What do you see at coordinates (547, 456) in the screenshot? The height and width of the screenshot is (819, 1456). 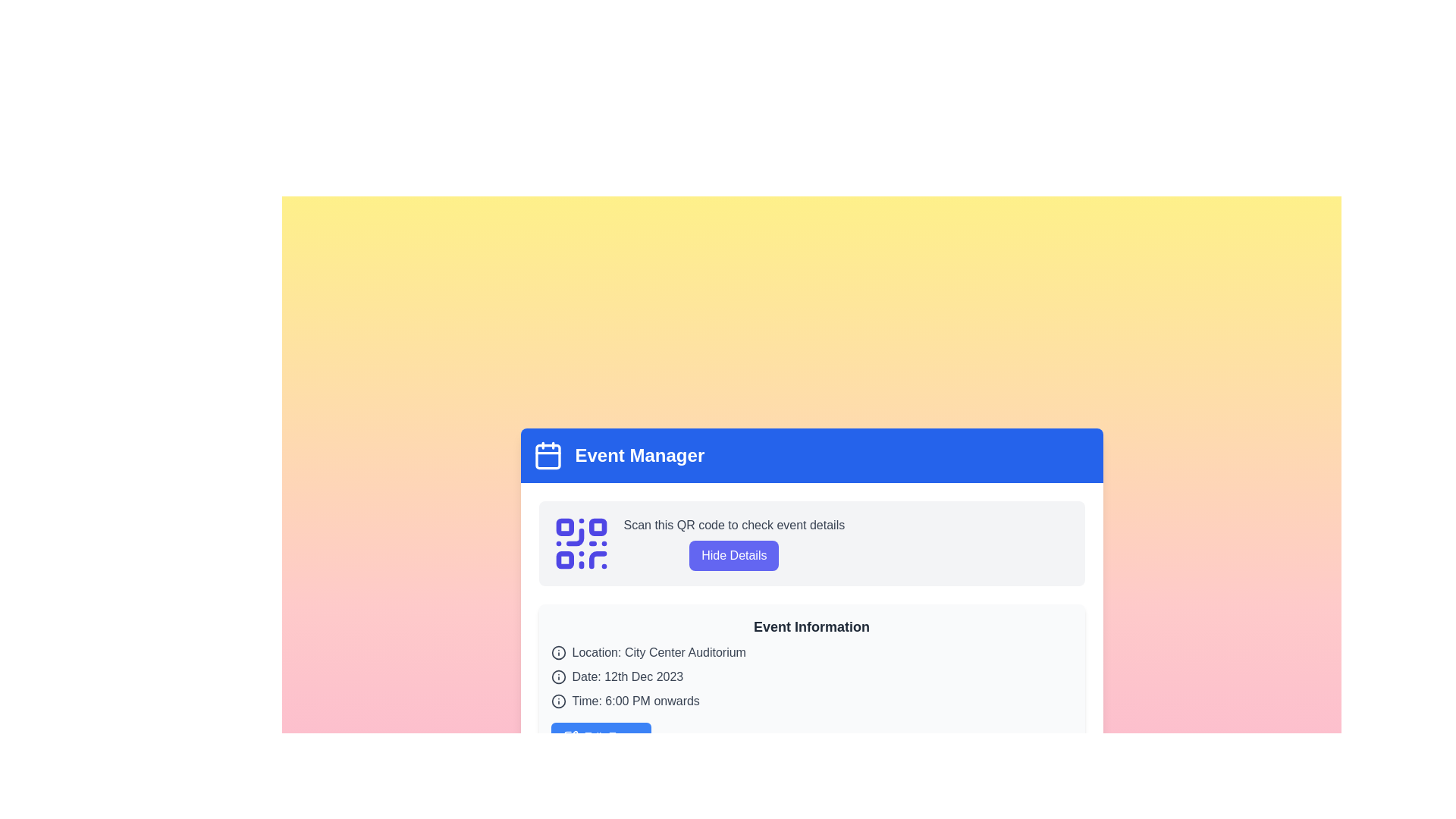 I see `the graphical rectangle within the calendar icon to interact with its decorative or contextual features` at bounding box center [547, 456].